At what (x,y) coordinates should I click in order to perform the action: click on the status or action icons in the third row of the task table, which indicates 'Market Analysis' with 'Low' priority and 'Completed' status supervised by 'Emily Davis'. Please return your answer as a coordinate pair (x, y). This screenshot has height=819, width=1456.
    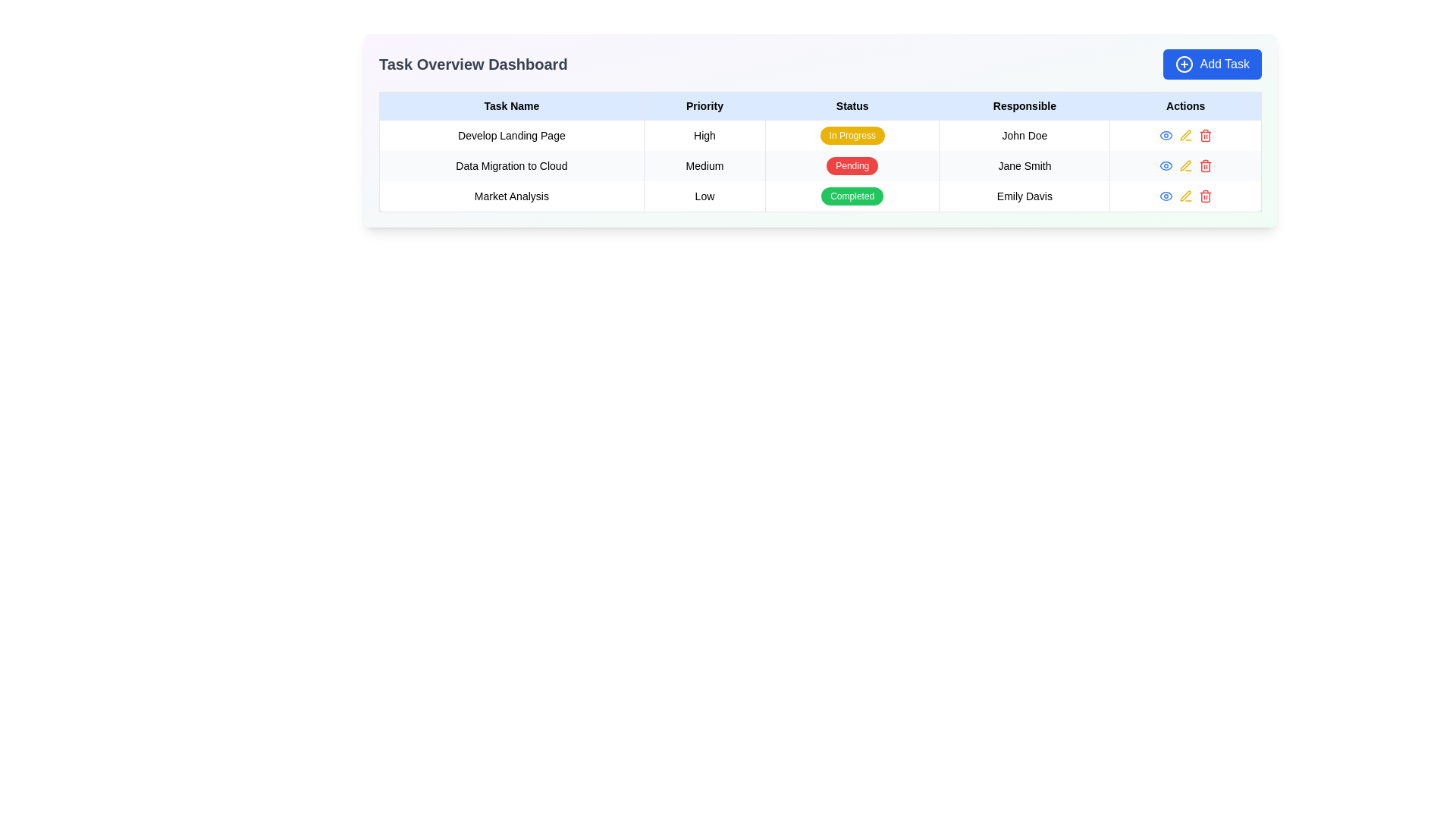
    Looking at the image, I should click on (819, 195).